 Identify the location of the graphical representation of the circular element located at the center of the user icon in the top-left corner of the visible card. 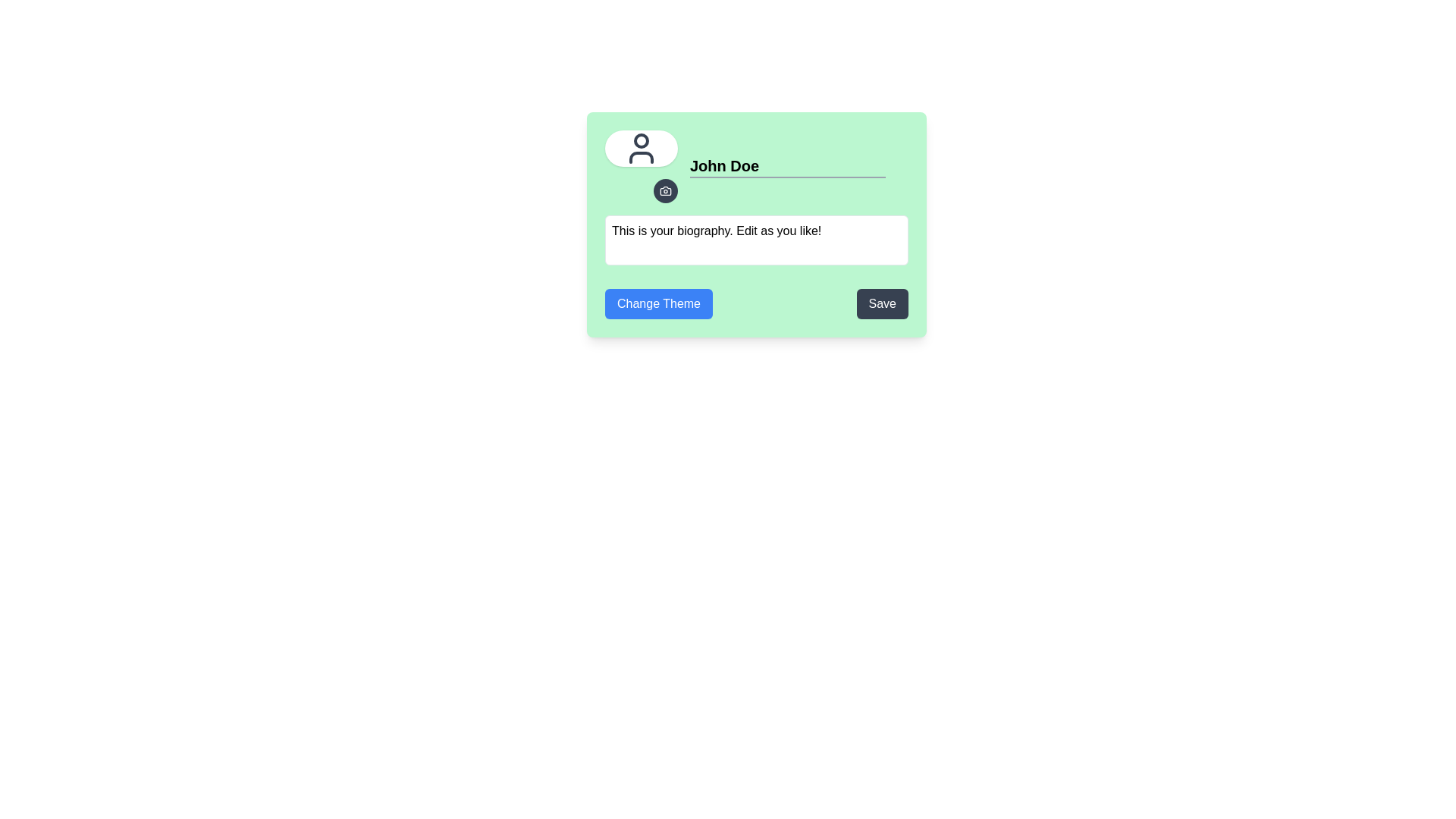
(641, 140).